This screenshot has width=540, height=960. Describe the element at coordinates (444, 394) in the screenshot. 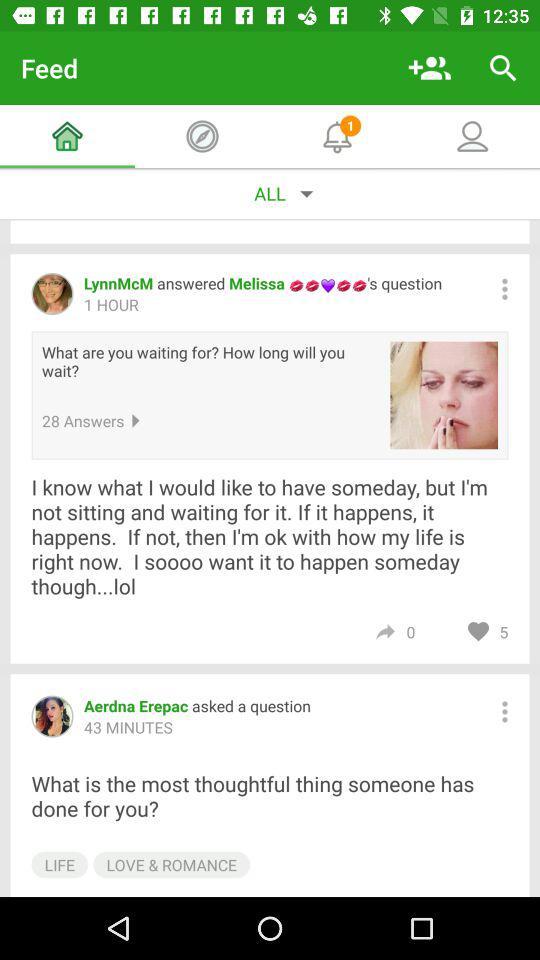

I see `the item above the i know what item` at that location.